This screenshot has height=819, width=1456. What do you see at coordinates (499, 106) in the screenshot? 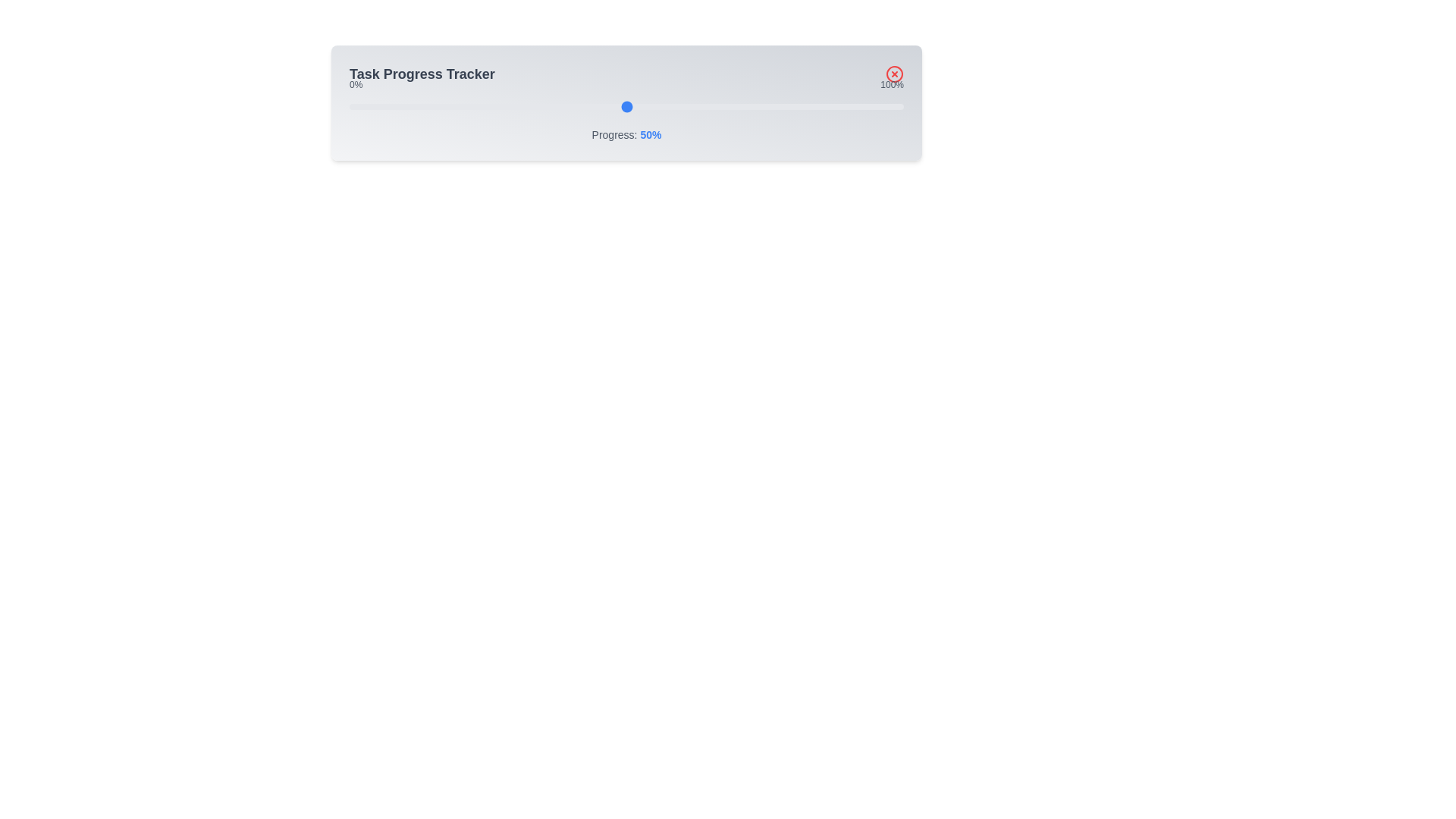
I see `task progress` at bounding box center [499, 106].